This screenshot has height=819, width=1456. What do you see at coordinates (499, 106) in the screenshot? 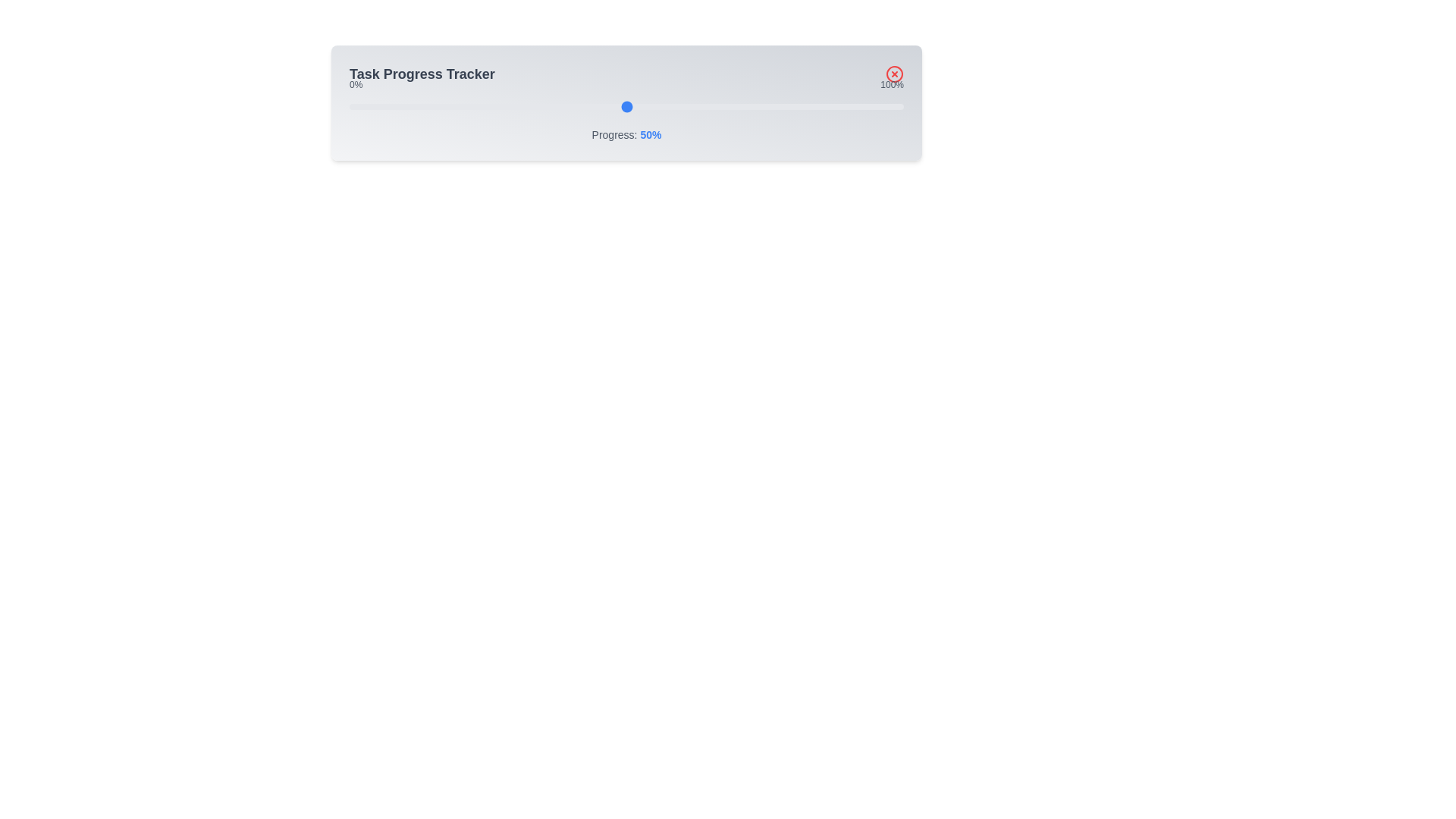
I see `task progress` at bounding box center [499, 106].